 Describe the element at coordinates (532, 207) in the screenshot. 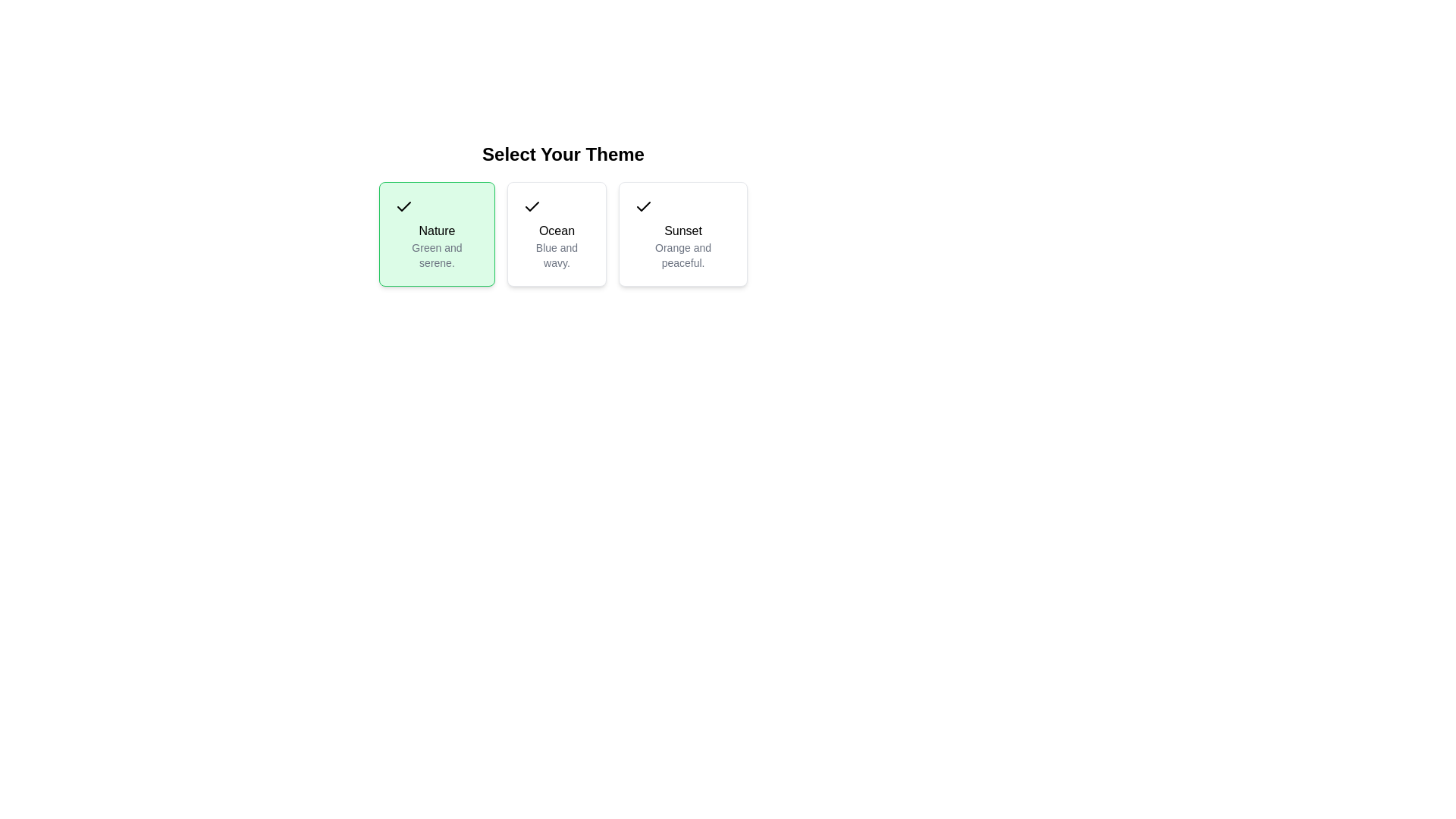

I see `the checkmark icon located at the top-left corner of the 'Ocean' theme card, which is labeled 'Blue and wavy'` at that location.